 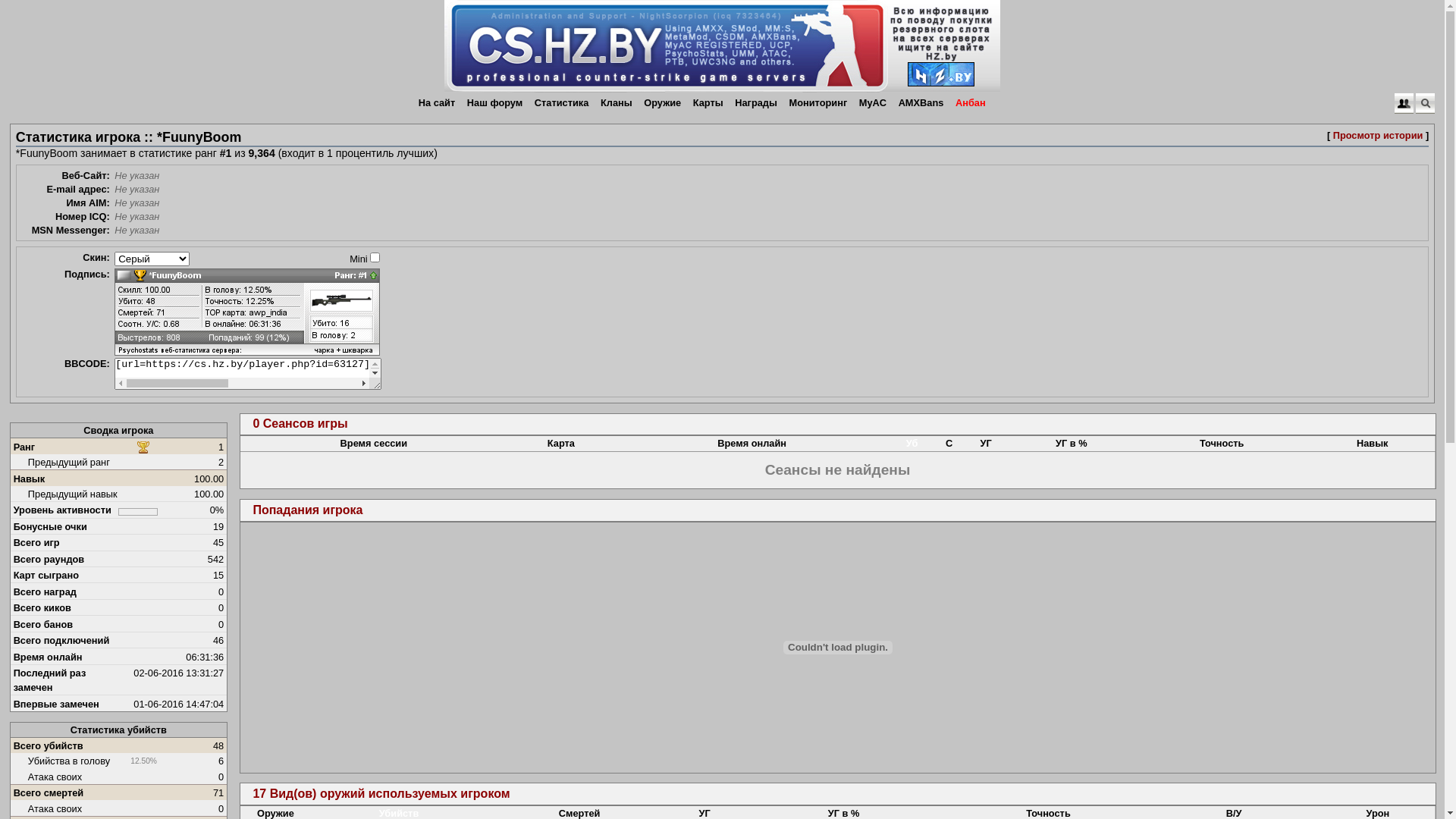 What do you see at coordinates (920, 102) in the screenshot?
I see `'AMXBans'` at bounding box center [920, 102].